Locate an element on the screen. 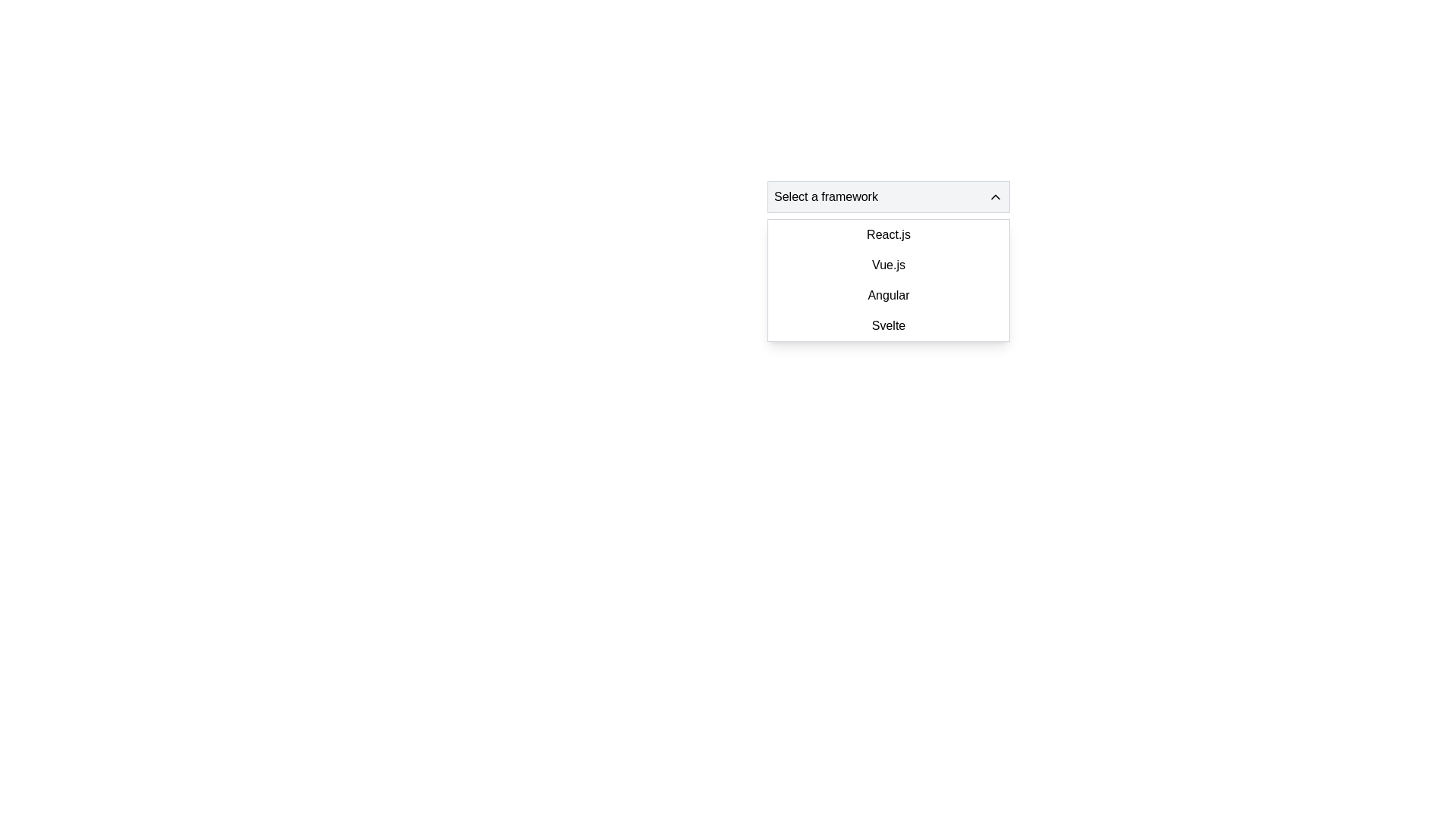  the small upward-pointing chevron icon with a black outline located on the right side of the 'Select a framework' dropdown is located at coordinates (996, 196).